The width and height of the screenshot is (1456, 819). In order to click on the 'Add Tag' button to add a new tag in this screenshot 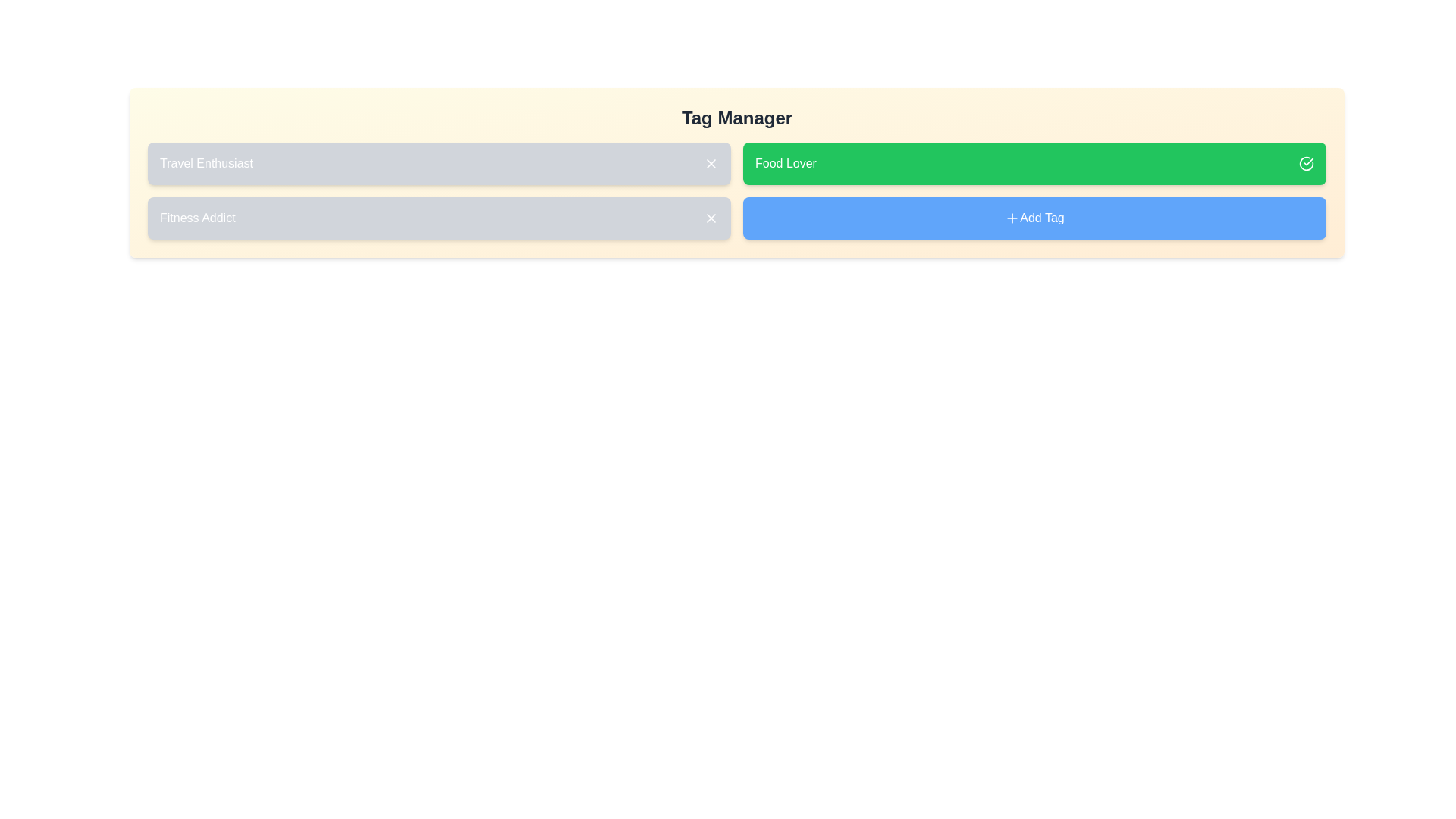, I will do `click(1034, 218)`.